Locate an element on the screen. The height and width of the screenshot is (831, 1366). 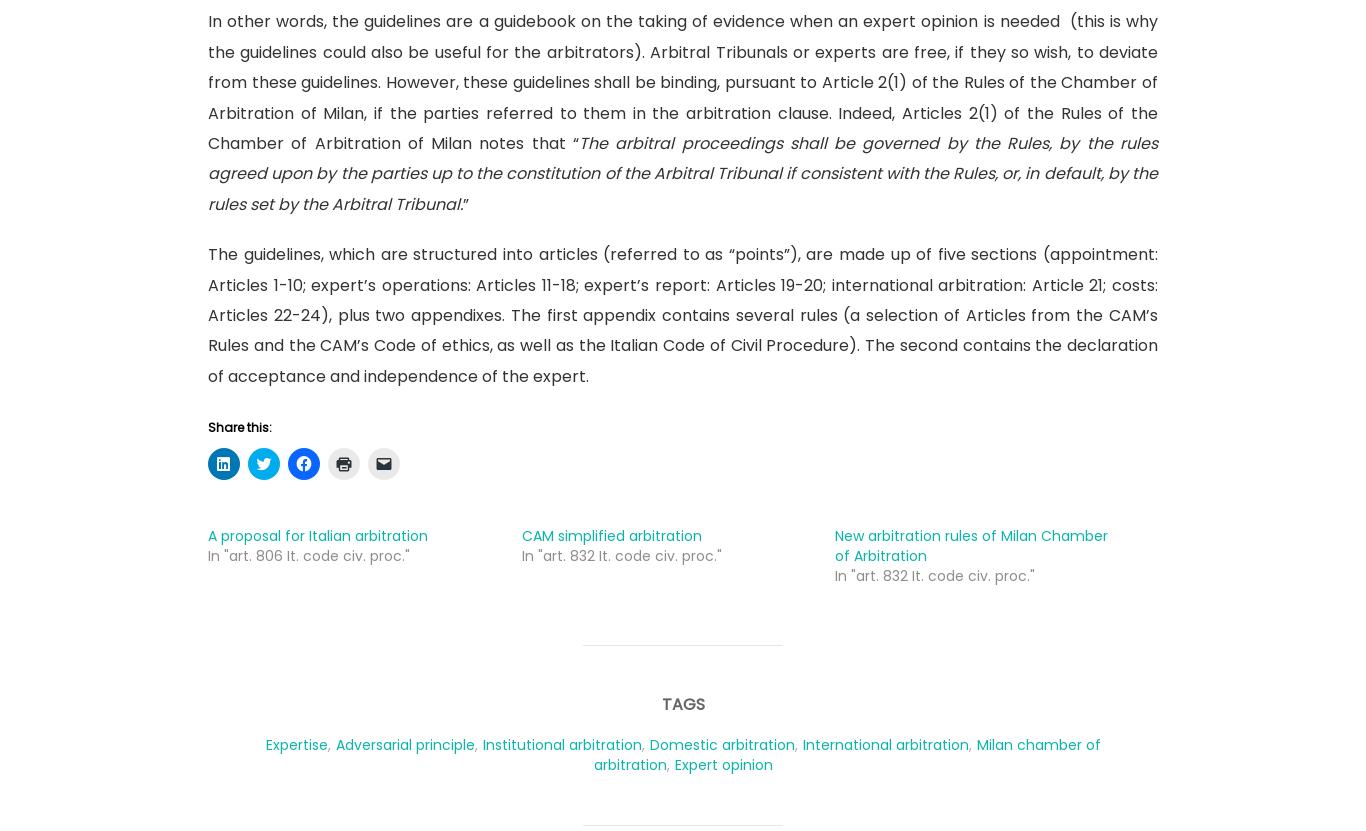
'Institutional arbitration' is located at coordinates (561, 743).